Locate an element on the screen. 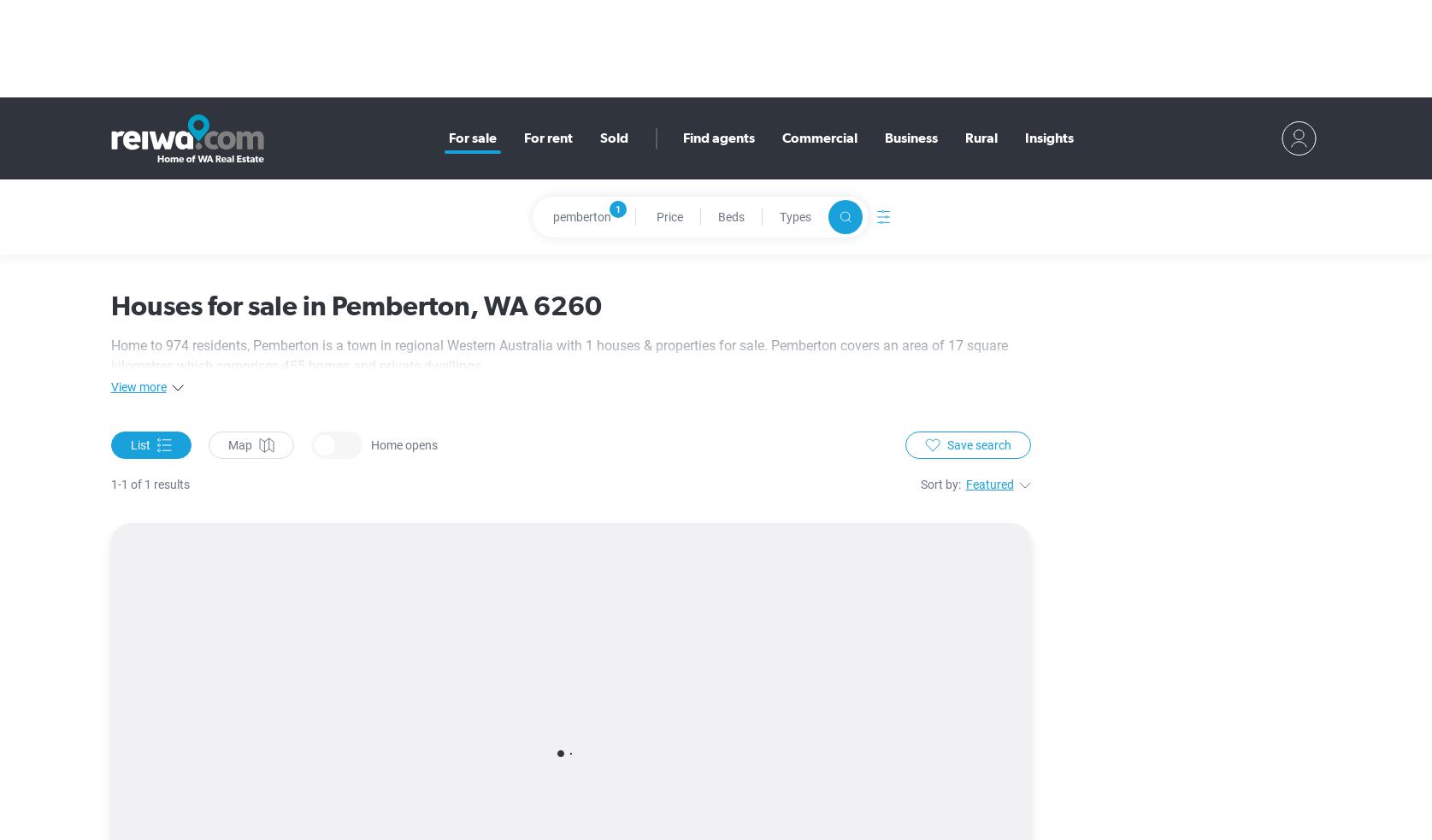 The height and width of the screenshot is (840, 1432). 'houses for rent in Pemberton' is located at coordinates (492, 460).